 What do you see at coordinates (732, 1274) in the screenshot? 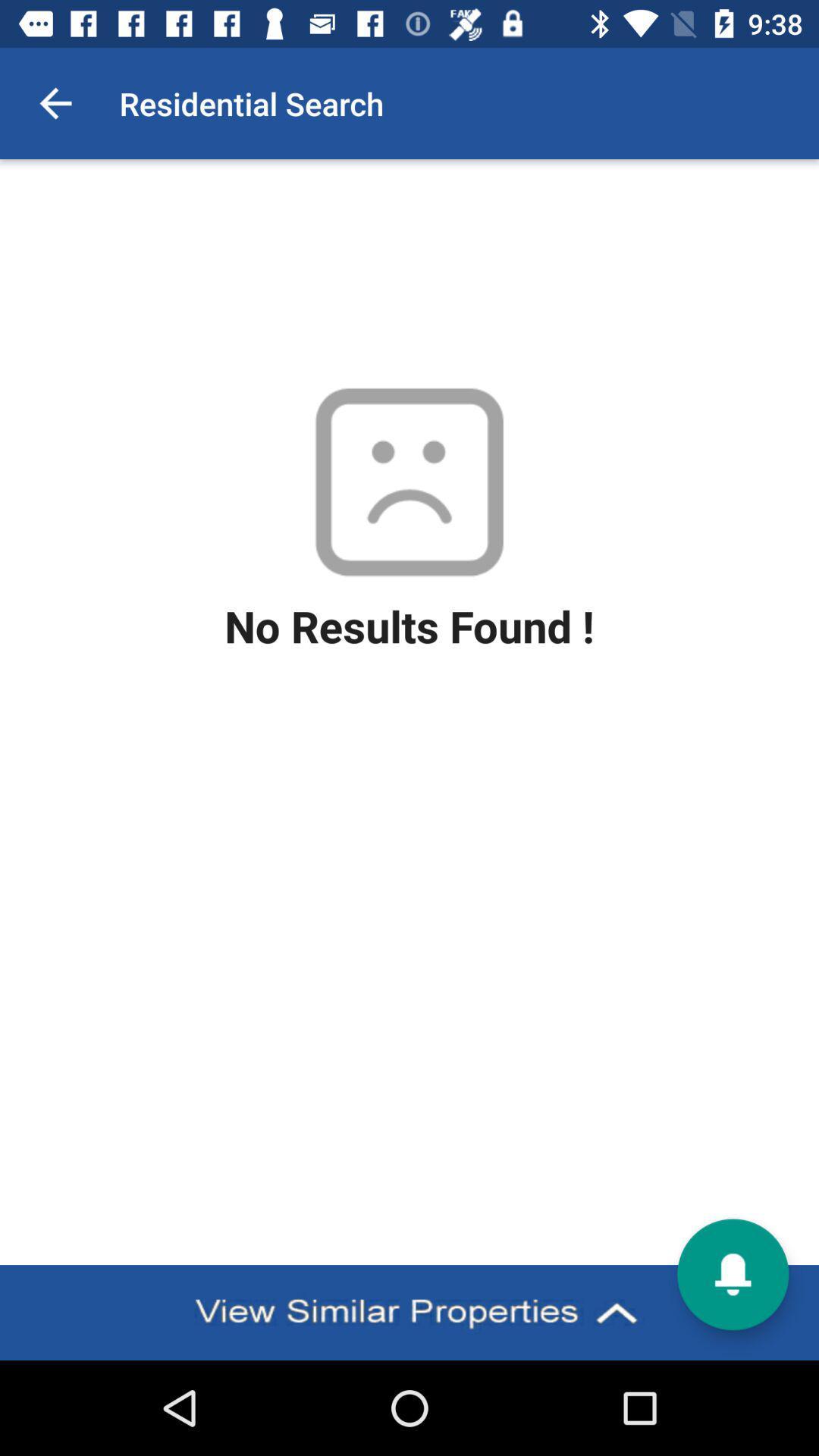
I see `the notifications icon` at bounding box center [732, 1274].